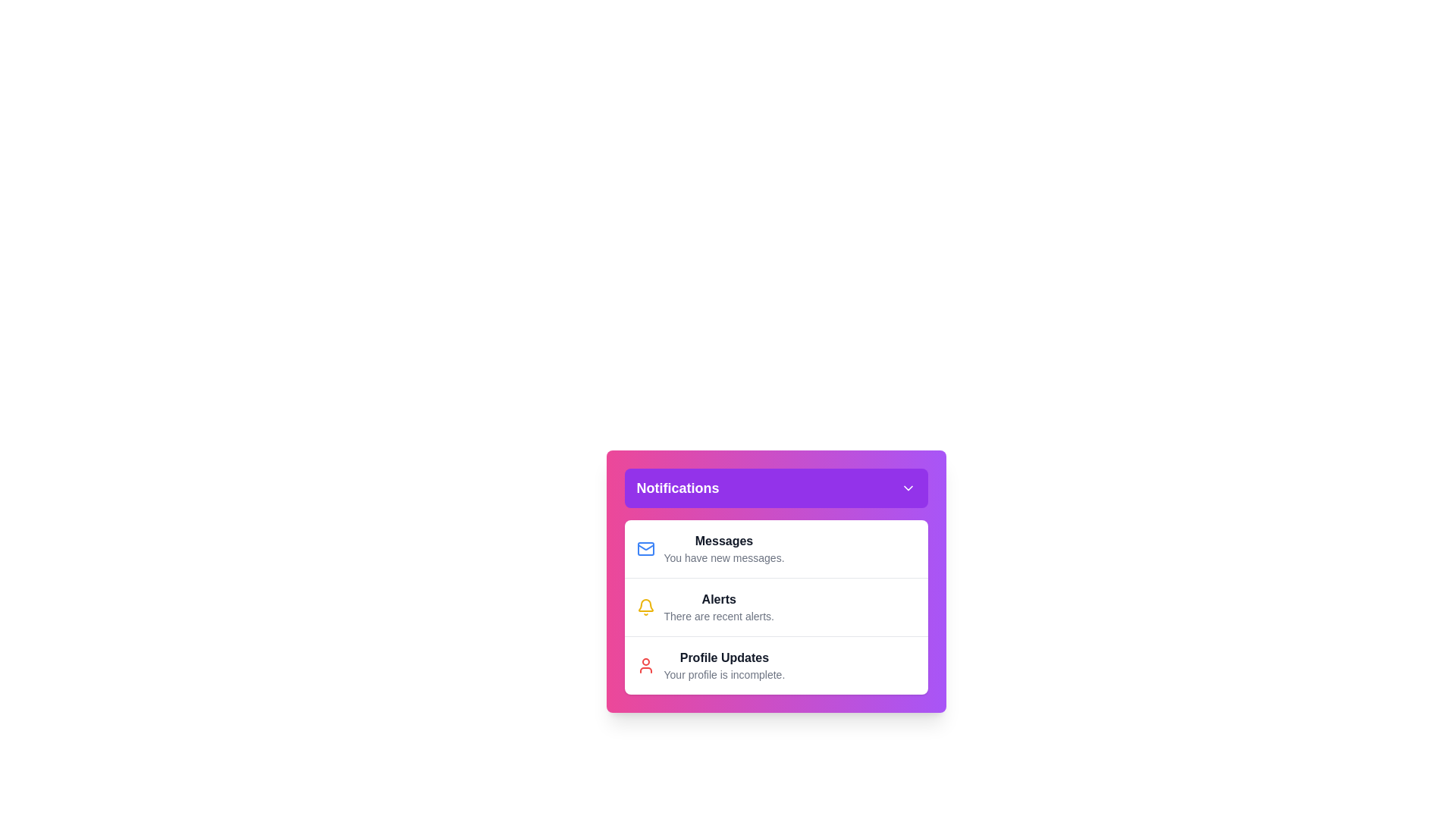  What do you see at coordinates (718, 607) in the screenshot?
I see `the second notification item in the notification dropdown menu` at bounding box center [718, 607].